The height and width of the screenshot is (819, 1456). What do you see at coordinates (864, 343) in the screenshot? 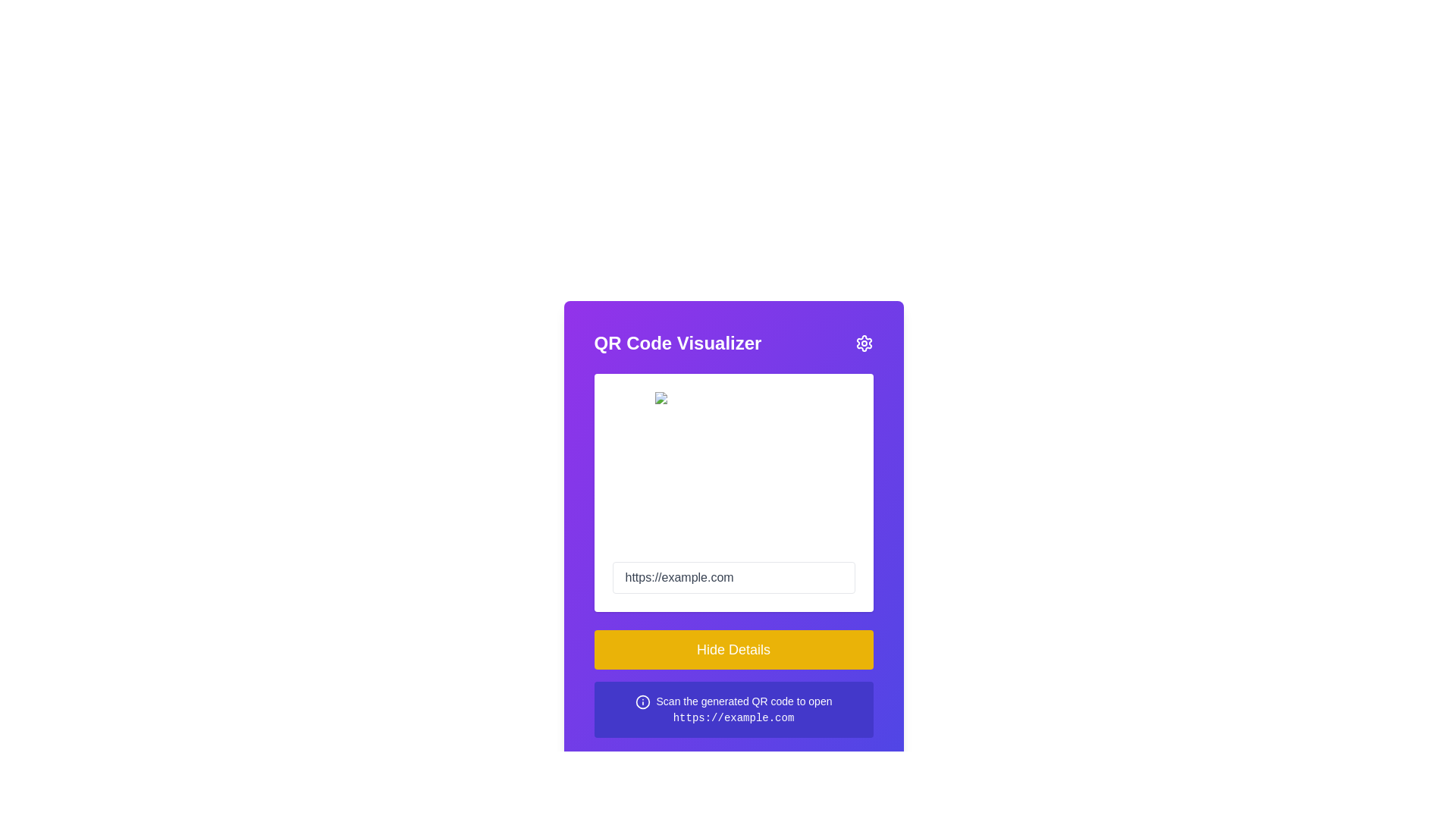
I see `the gear icon in the top-right corner of the purple 'QR Code Visualizer' header` at bounding box center [864, 343].